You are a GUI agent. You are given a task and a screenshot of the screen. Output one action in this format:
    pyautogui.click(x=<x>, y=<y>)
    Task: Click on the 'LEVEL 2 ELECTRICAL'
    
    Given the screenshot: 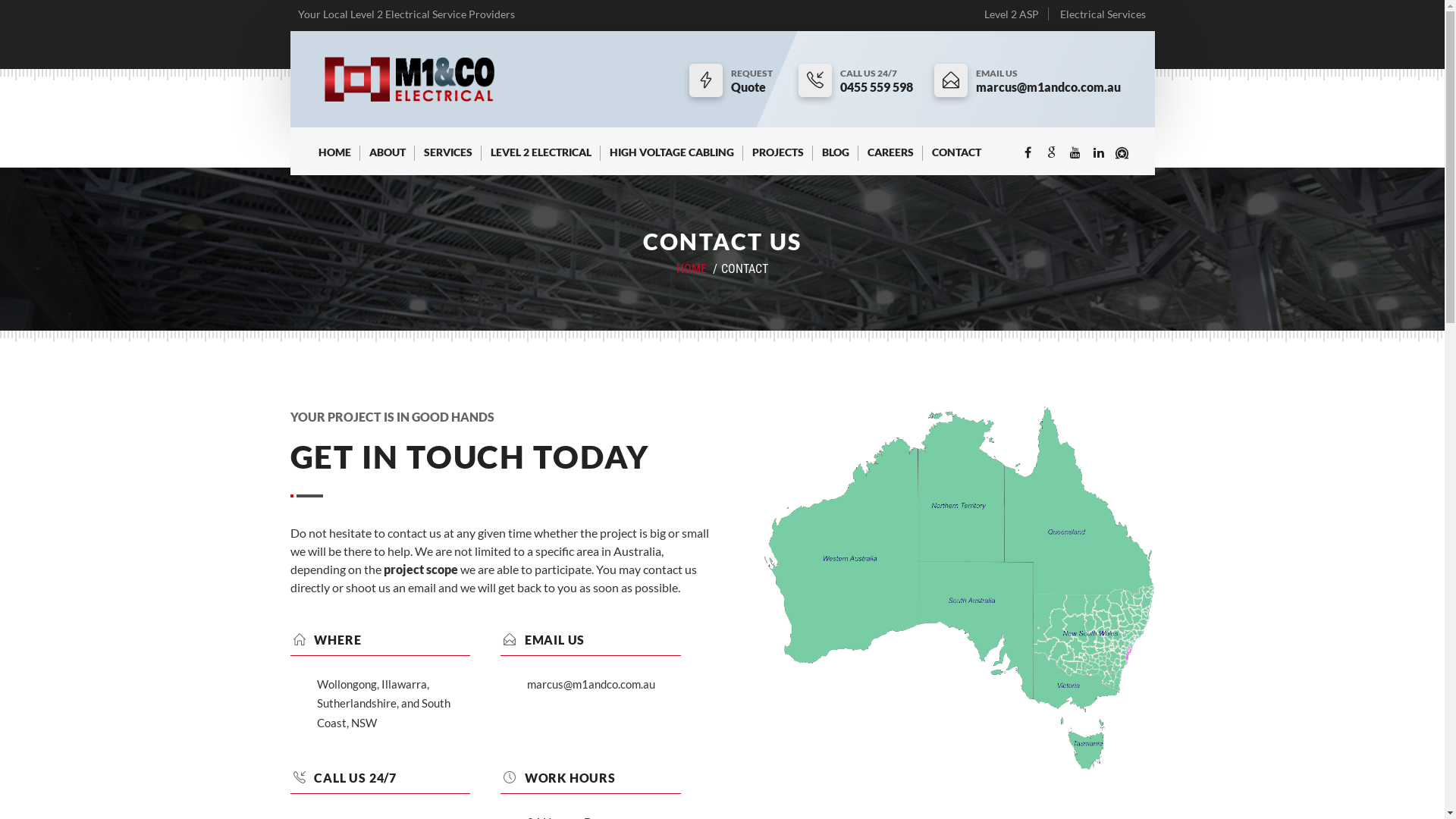 What is the action you would take?
    pyautogui.click(x=540, y=158)
    